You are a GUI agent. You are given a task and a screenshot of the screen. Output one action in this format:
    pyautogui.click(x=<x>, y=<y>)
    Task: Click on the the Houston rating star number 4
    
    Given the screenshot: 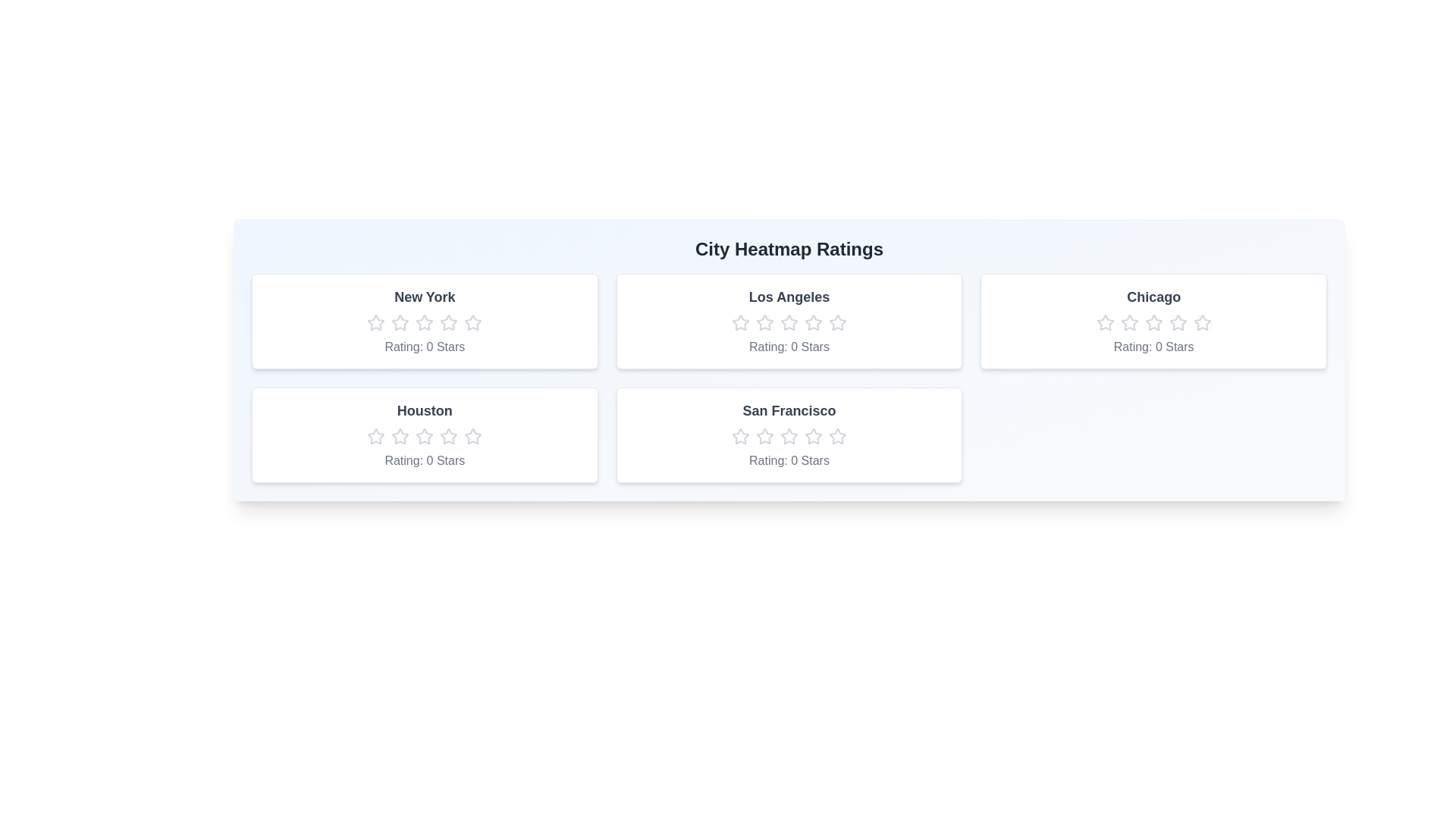 What is the action you would take?
    pyautogui.click(x=448, y=436)
    